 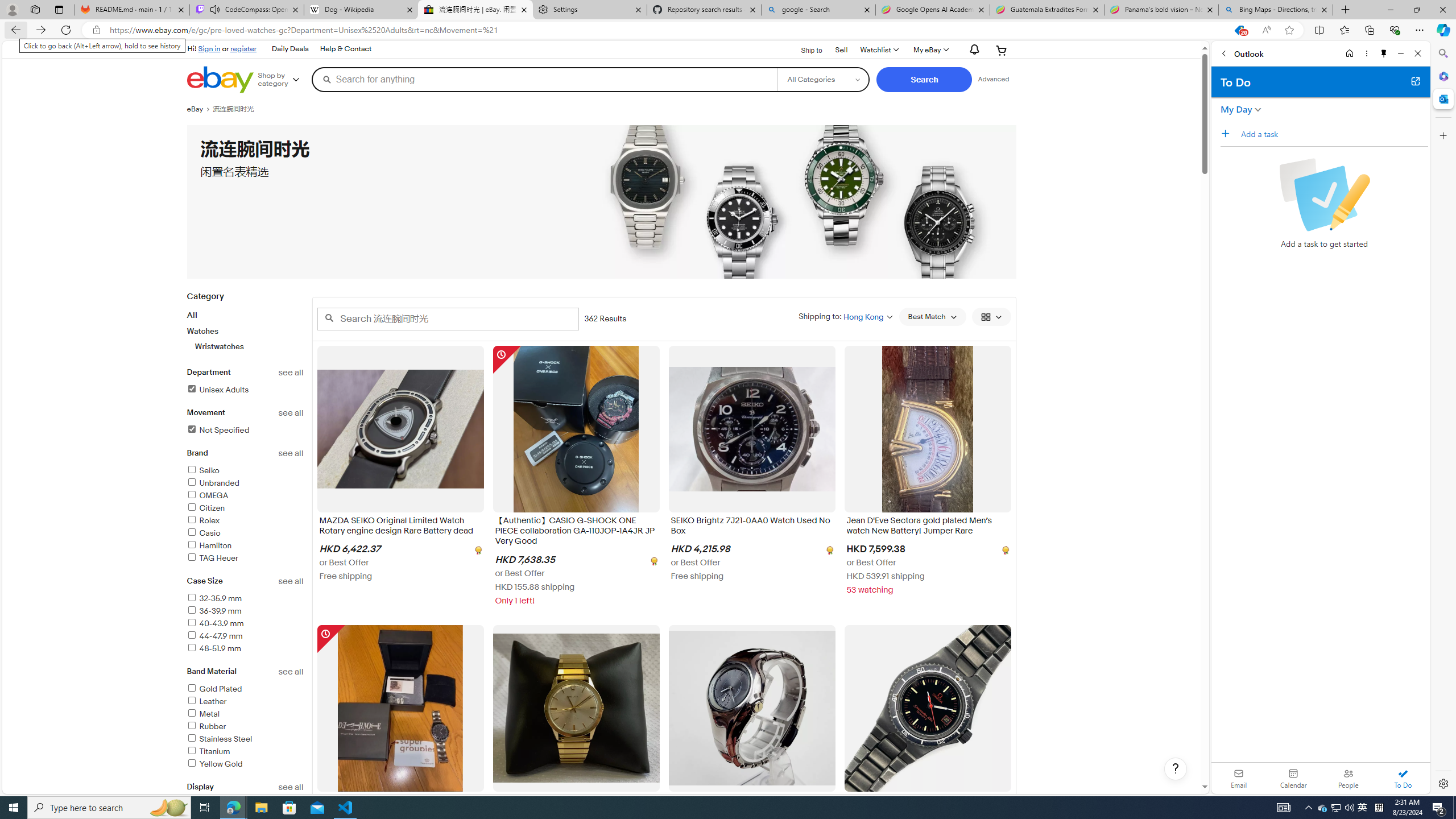 What do you see at coordinates (929, 49) in the screenshot?
I see `'My eBayExpand My eBay'` at bounding box center [929, 49].